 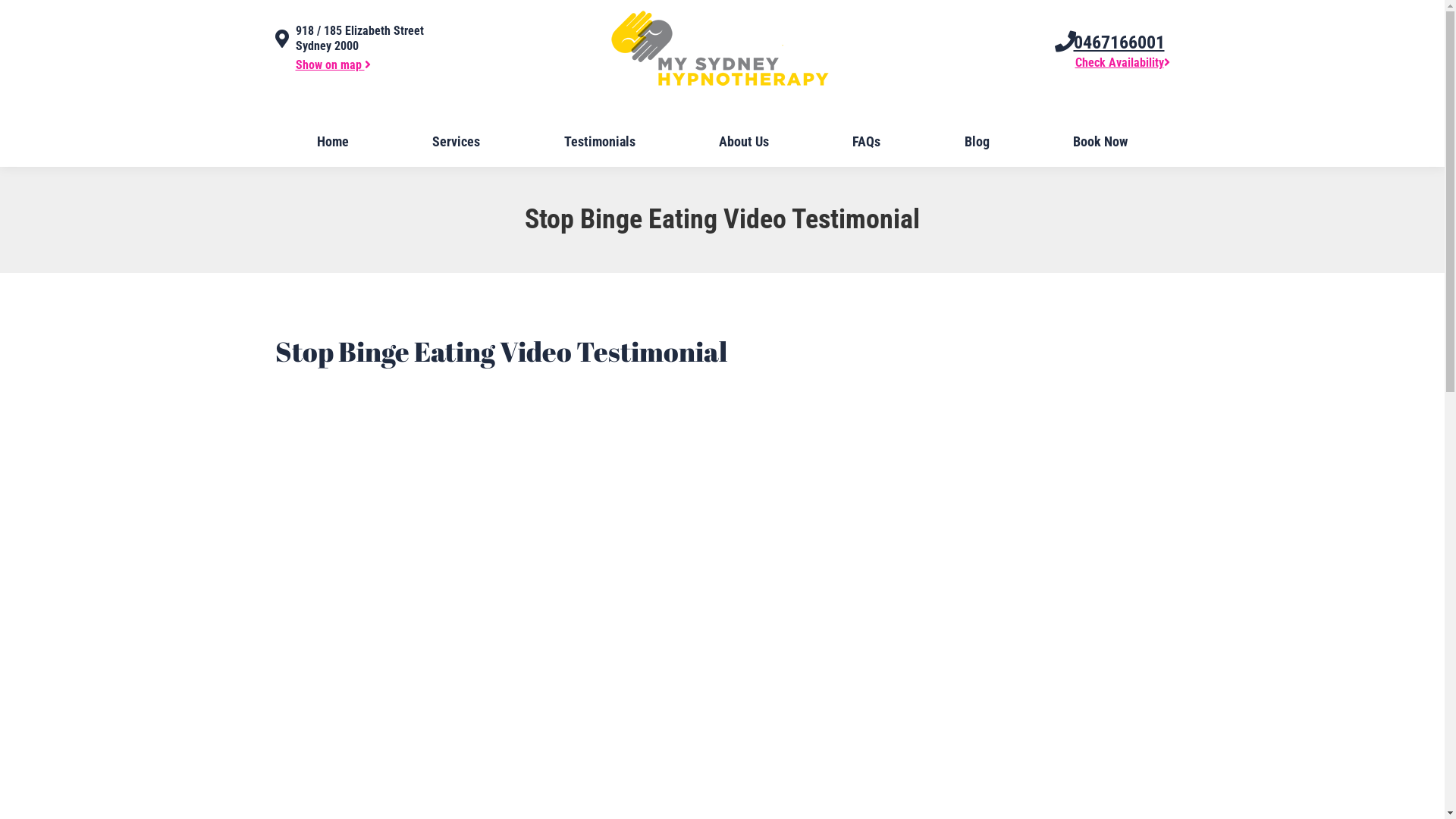 I want to click on 'About Us', so click(x=743, y=141).